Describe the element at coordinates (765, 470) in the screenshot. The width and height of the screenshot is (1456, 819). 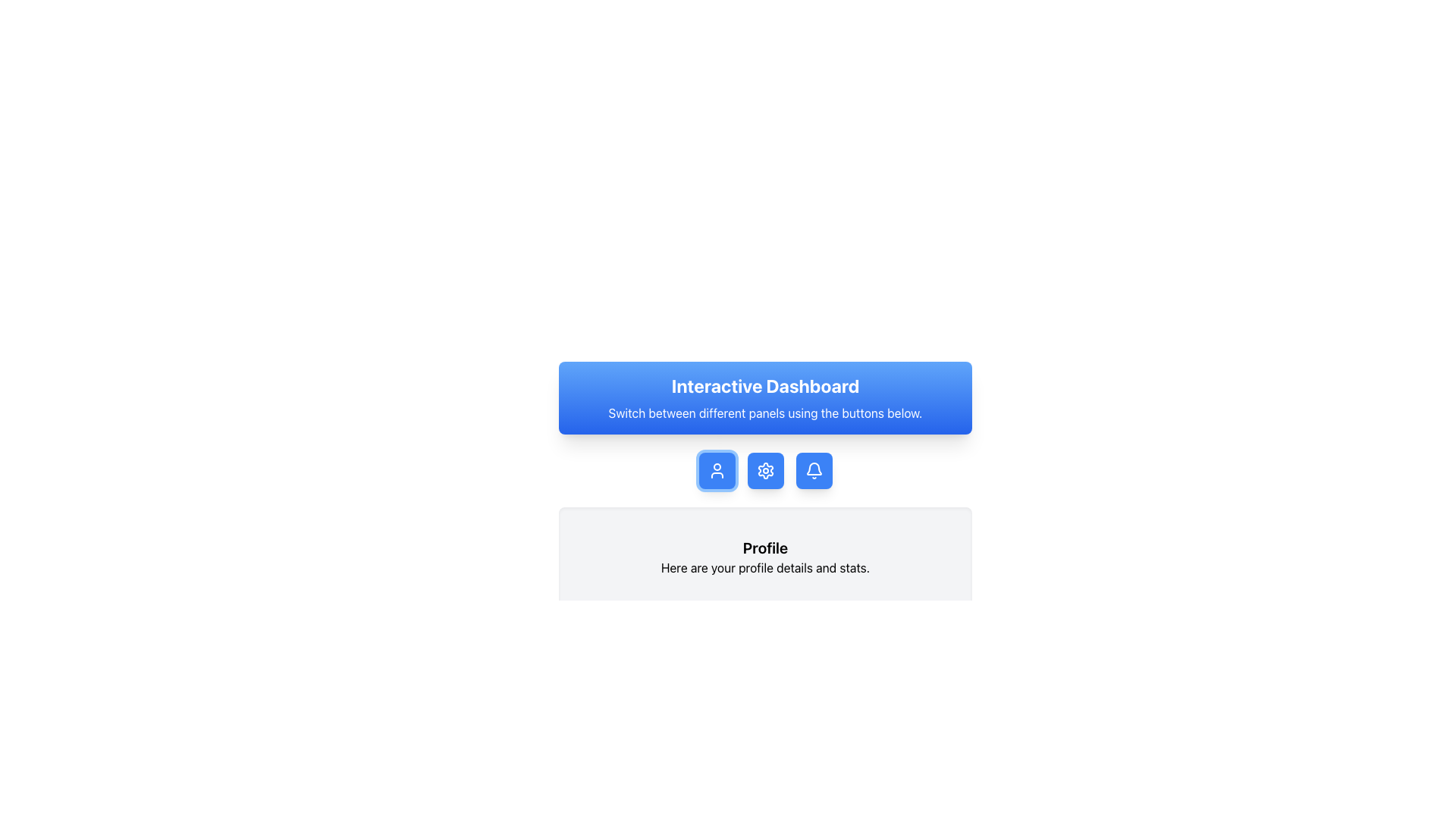
I see `the settings button located in the middle of three buttons below the 'Interactive Dashboard' heading` at that location.